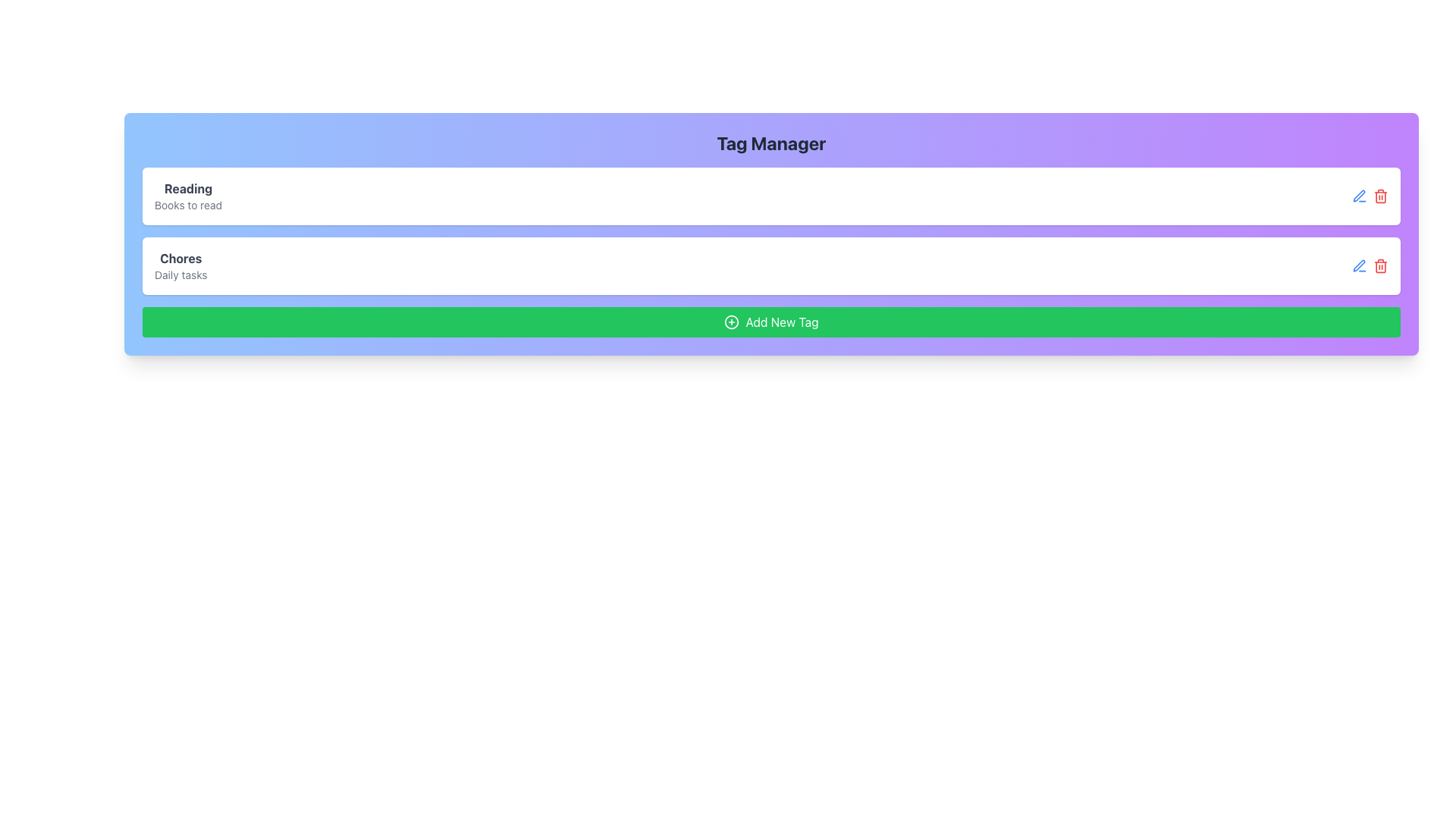 This screenshot has width=1456, height=819. What do you see at coordinates (1380, 196) in the screenshot?
I see `the red delete action icon, which resembles a trash bin, located on the right side of a row within a list item` at bounding box center [1380, 196].